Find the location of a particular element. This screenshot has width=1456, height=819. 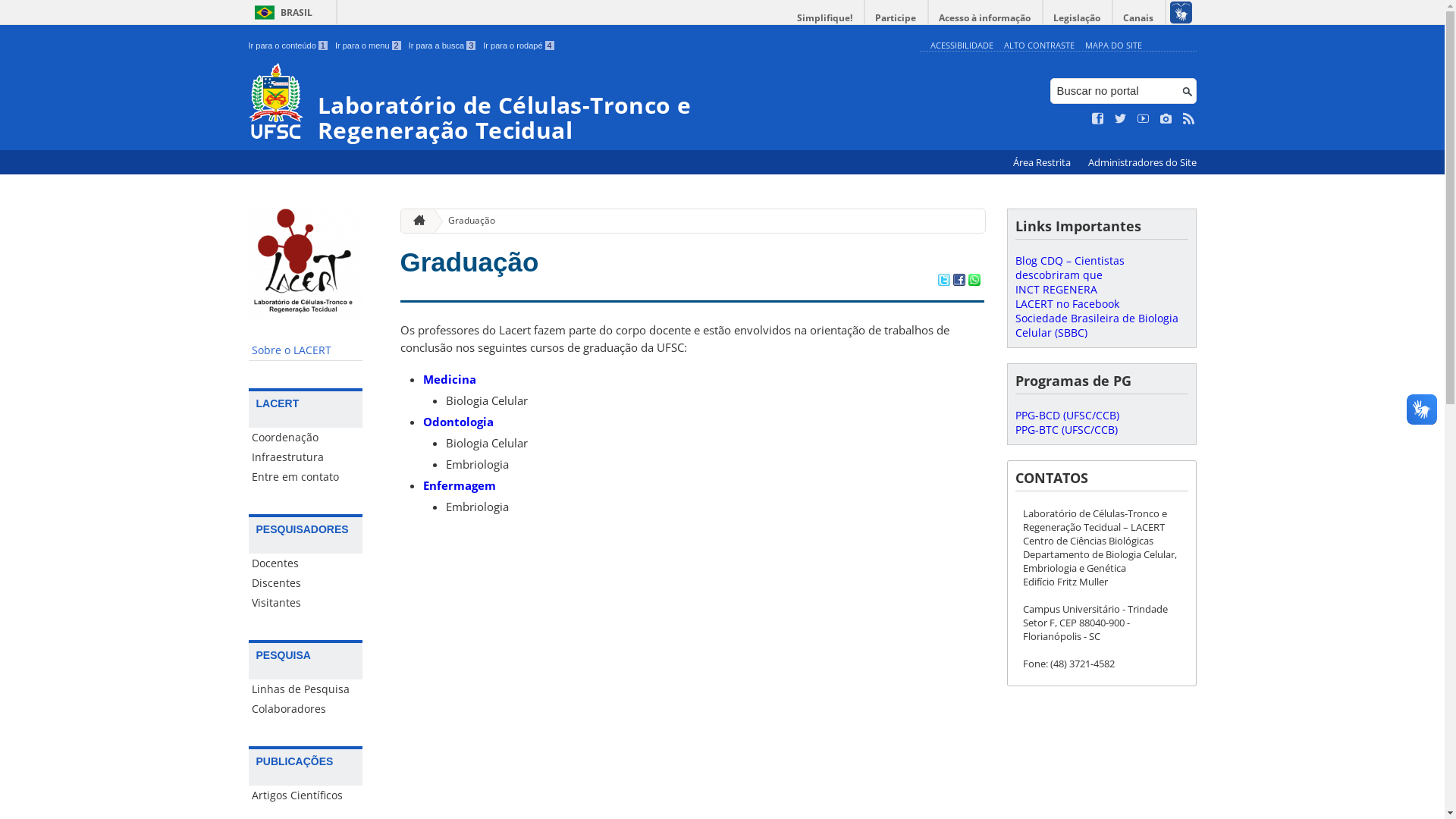

'Ir para o menu 2' is located at coordinates (334, 45).